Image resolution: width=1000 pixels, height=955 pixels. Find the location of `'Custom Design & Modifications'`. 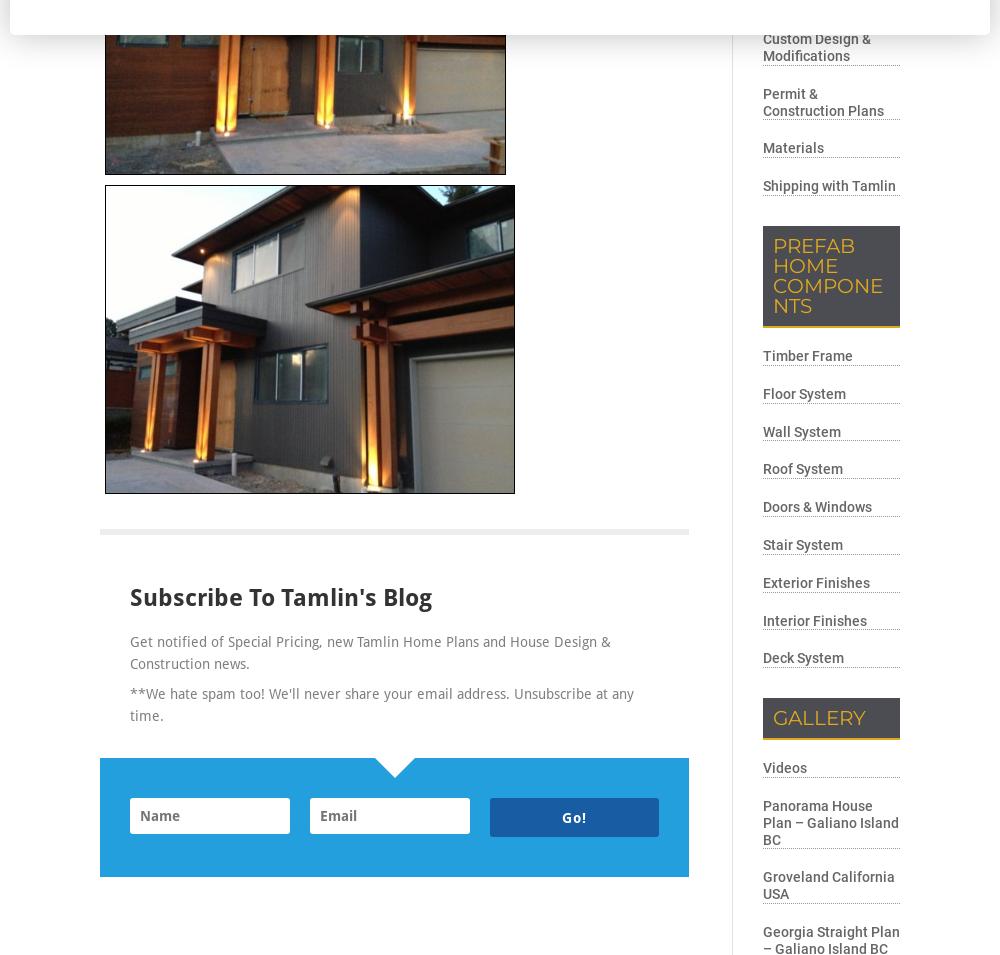

'Custom Design & Modifications' is located at coordinates (763, 45).